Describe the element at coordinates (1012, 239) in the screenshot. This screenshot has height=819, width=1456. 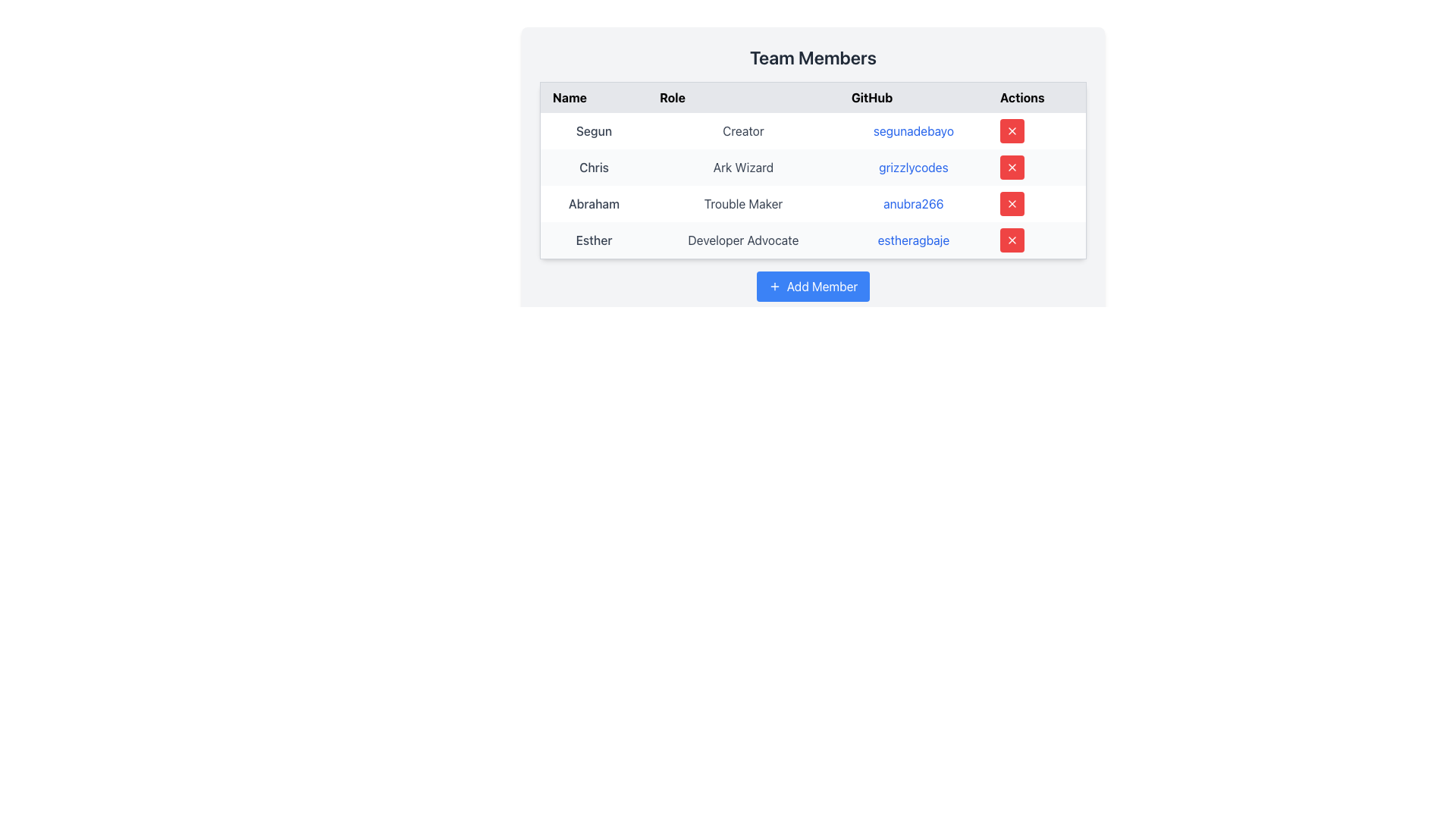
I see `the stylized 'X' icon in the red circular button located in the 'Actions' column for the team member 'Esther'` at that location.